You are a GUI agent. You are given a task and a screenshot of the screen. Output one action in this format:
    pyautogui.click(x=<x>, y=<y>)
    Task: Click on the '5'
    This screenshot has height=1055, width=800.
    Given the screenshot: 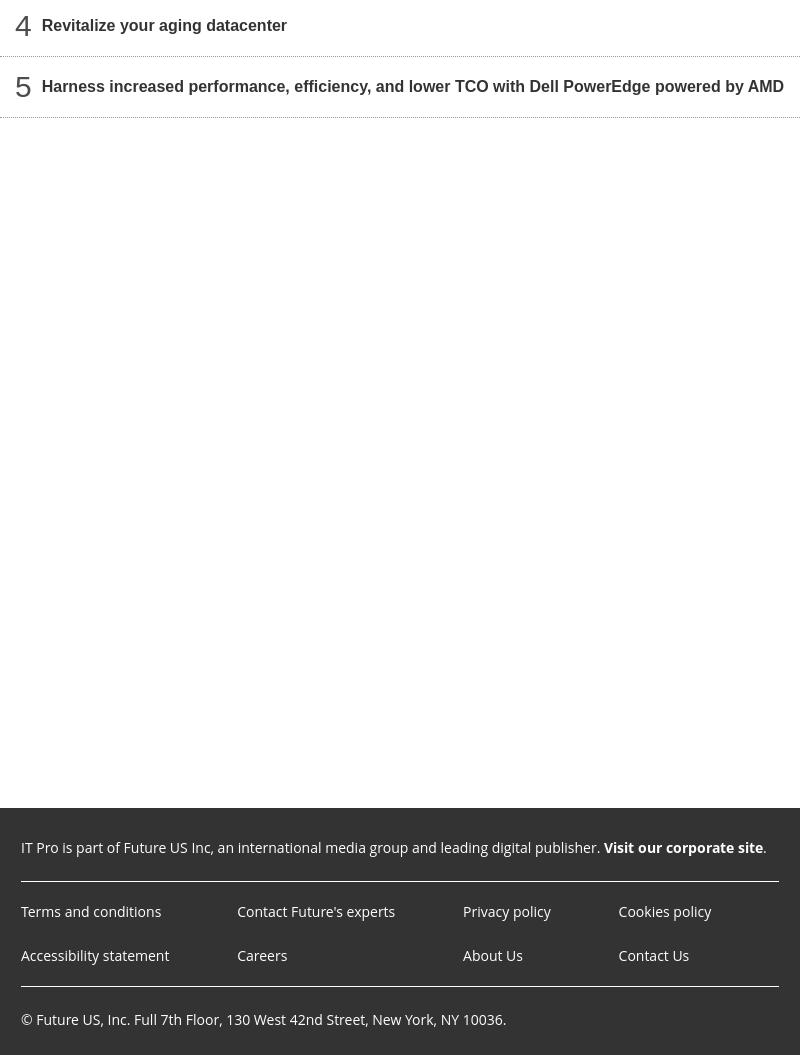 What is the action you would take?
    pyautogui.click(x=22, y=85)
    